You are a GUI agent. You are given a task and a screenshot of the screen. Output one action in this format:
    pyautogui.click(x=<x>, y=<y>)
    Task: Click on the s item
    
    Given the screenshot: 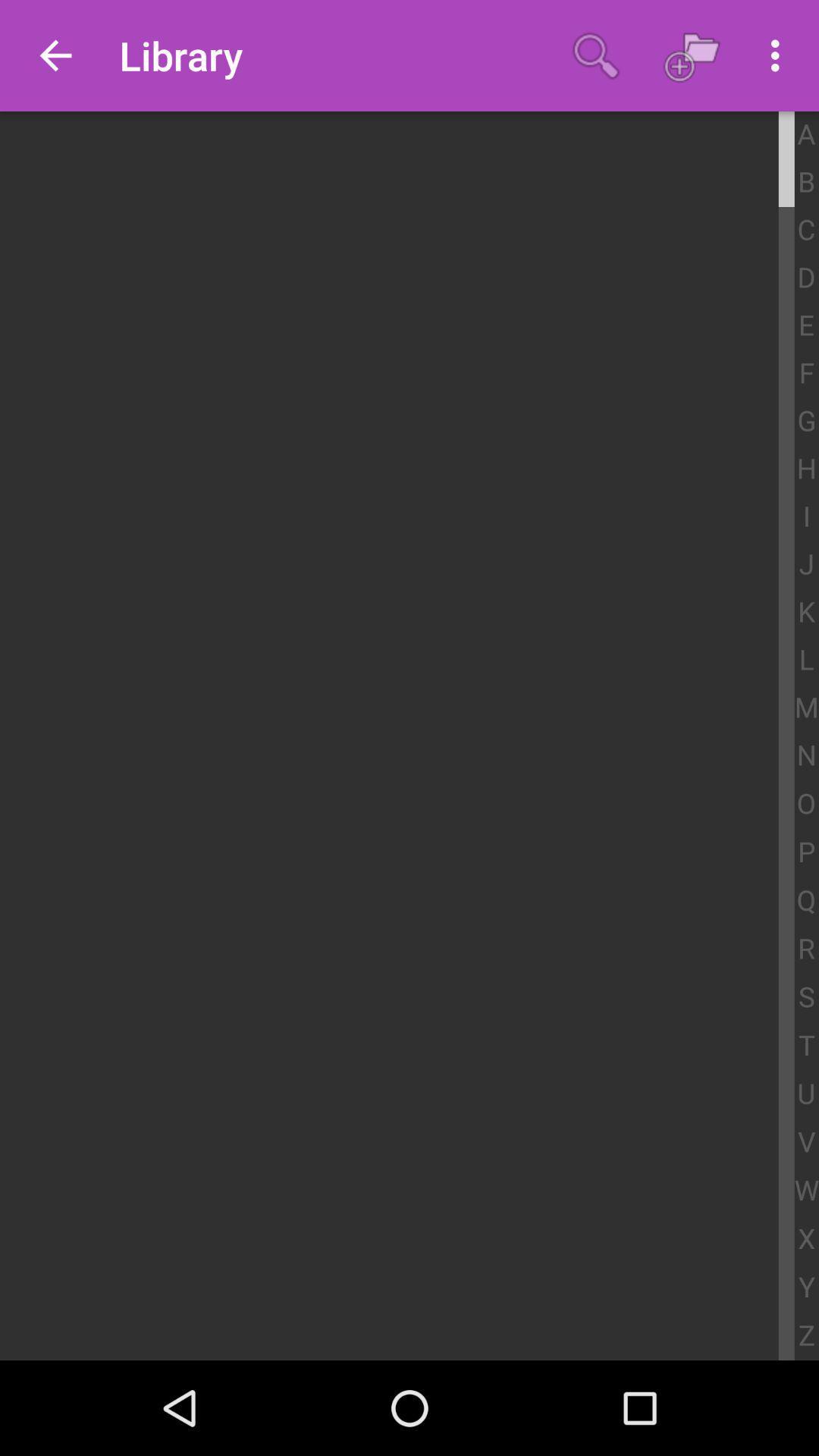 What is the action you would take?
    pyautogui.click(x=805, y=997)
    